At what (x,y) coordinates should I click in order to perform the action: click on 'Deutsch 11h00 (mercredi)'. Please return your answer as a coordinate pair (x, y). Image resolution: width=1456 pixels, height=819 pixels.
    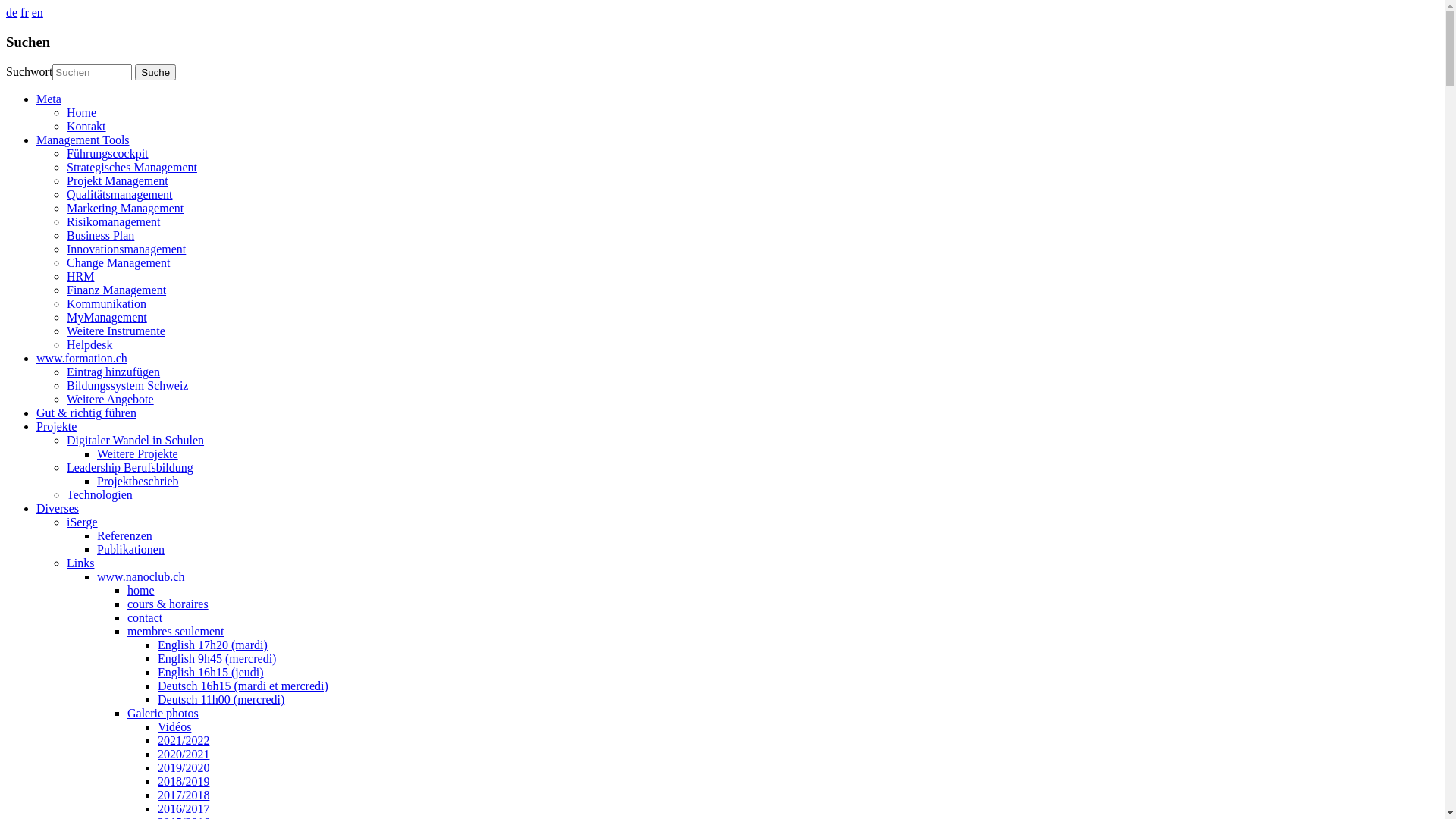
    Looking at the image, I should click on (220, 699).